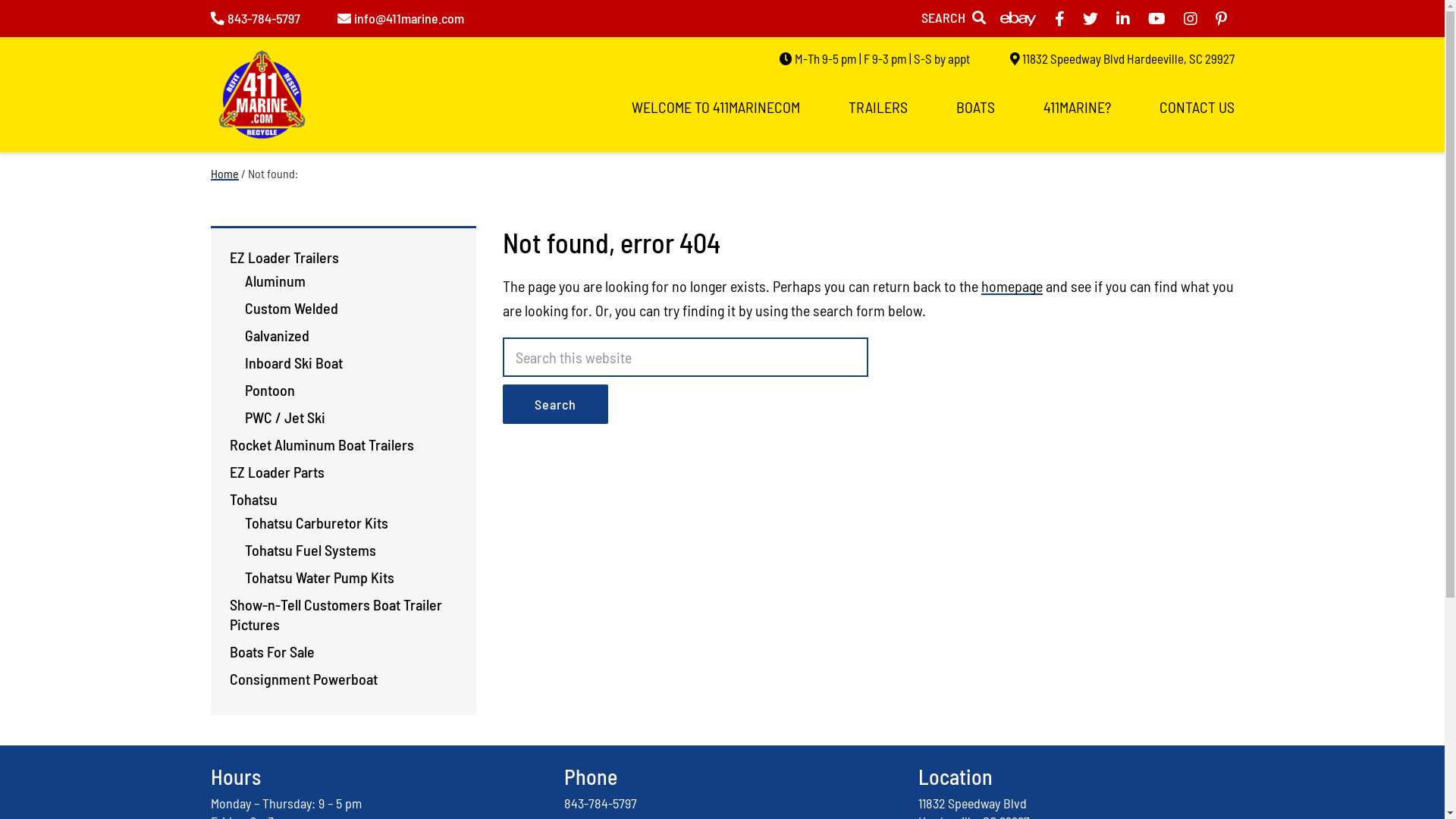 This screenshot has width=1456, height=819. What do you see at coordinates (290, 307) in the screenshot?
I see `'Custom Welded'` at bounding box center [290, 307].